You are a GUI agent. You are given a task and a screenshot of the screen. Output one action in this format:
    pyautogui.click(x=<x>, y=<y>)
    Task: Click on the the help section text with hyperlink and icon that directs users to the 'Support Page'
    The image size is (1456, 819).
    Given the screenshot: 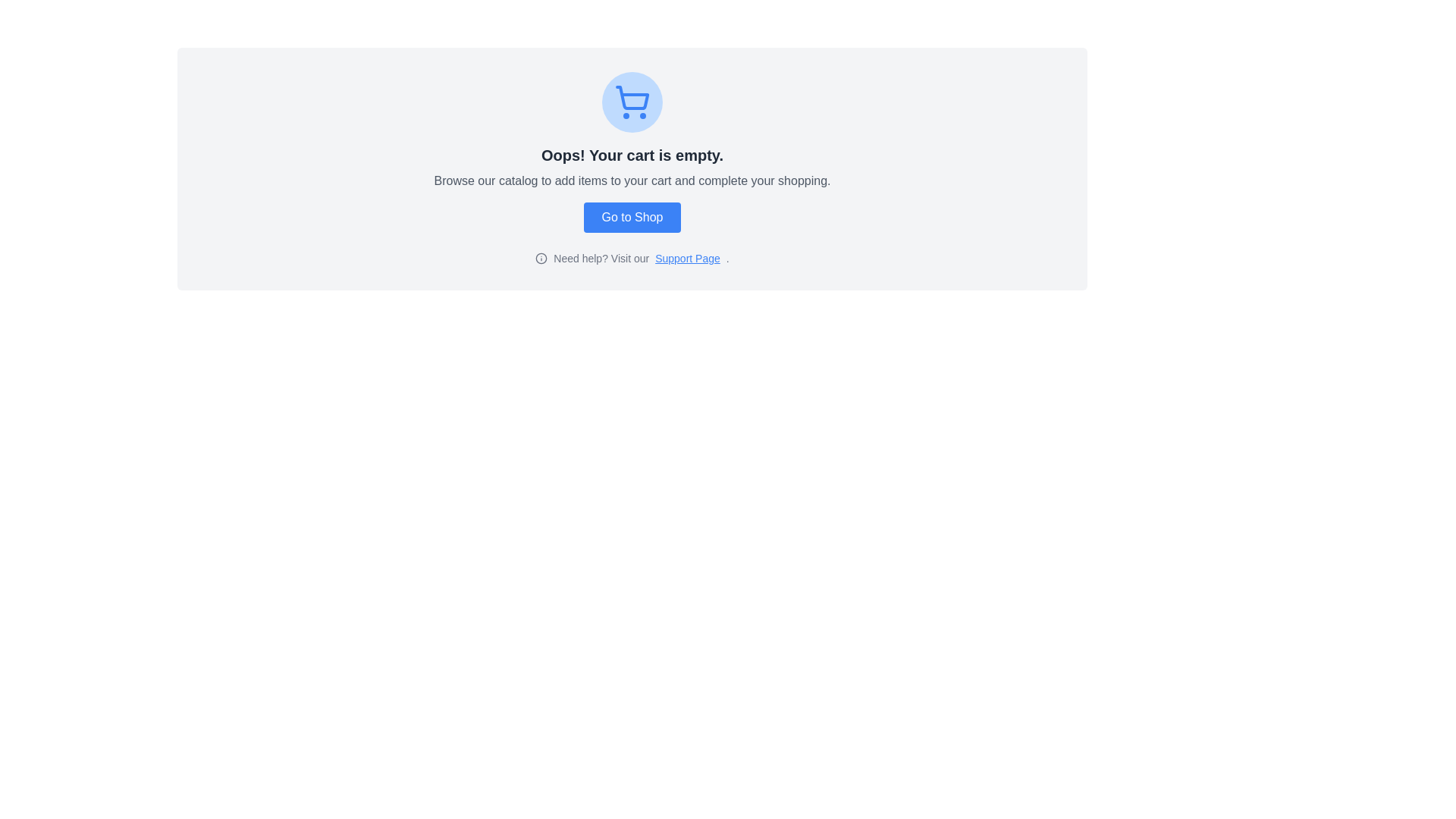 What is the action you would take?
    pyautogui.click(x=632, y=257)
    